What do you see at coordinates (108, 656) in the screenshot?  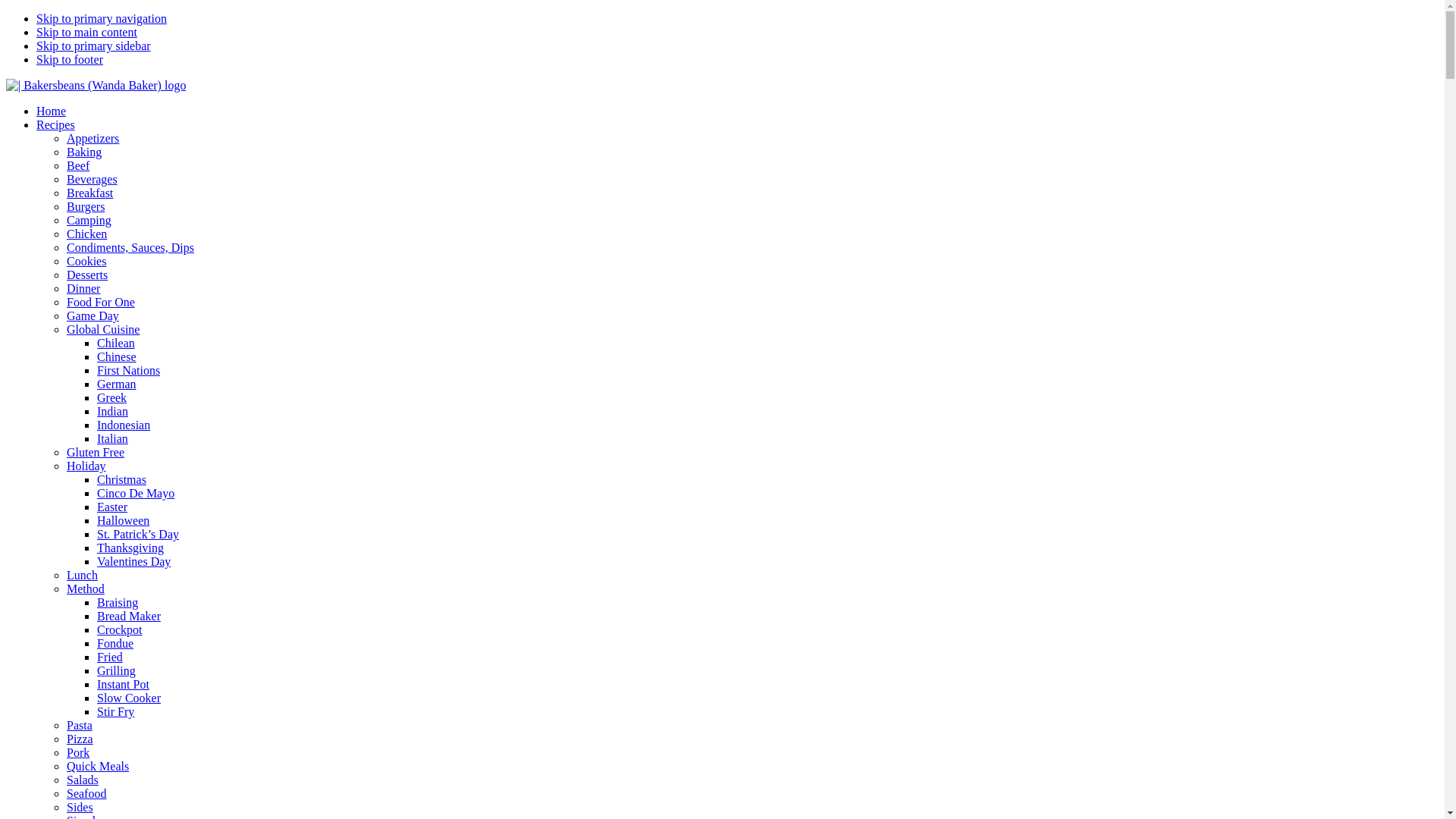 I see `'Fried'` at bounding box center [108, 656].